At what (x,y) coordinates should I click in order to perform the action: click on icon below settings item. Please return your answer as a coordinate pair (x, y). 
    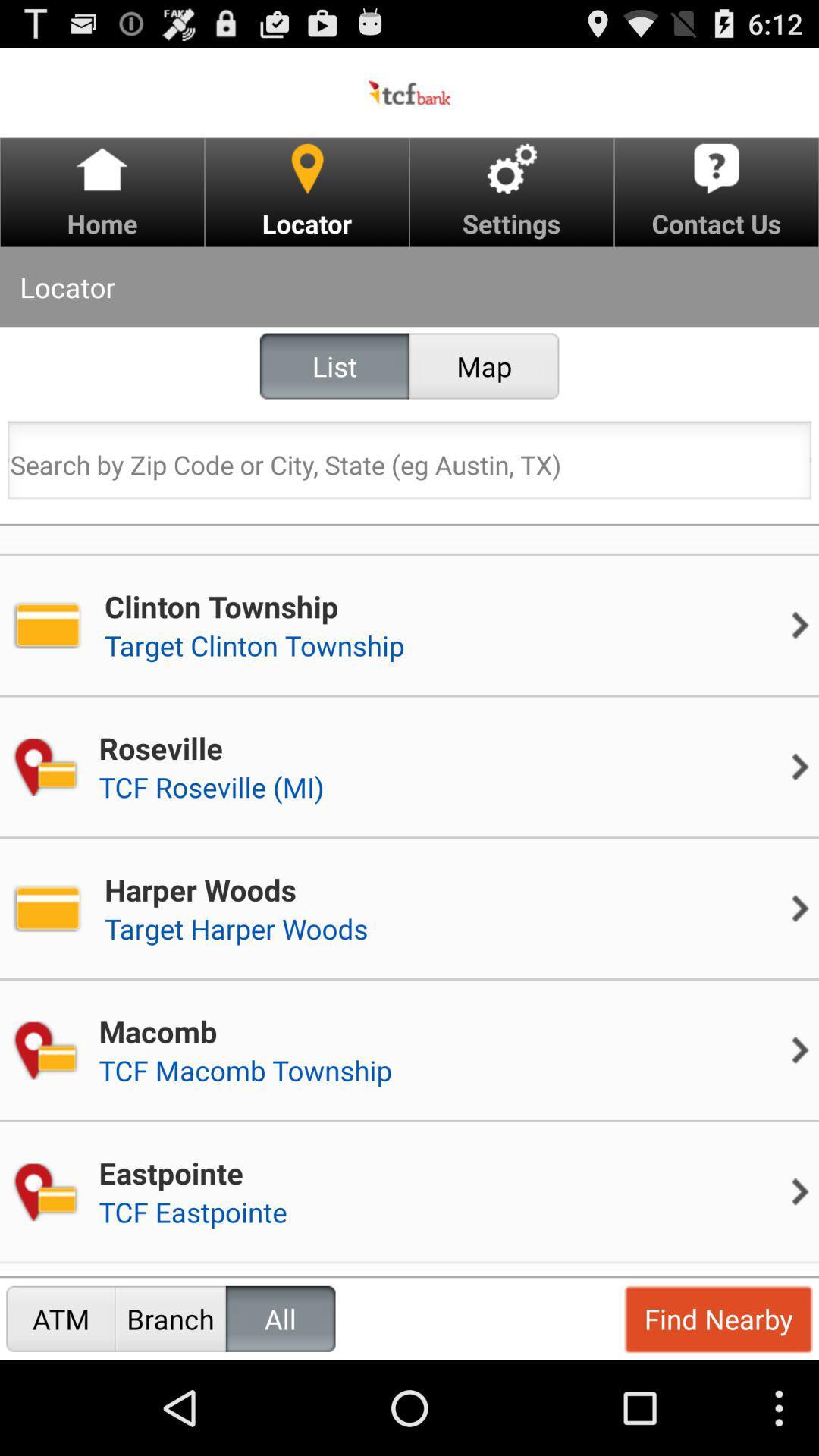
    Looking at the image, I should click on (484, 366).